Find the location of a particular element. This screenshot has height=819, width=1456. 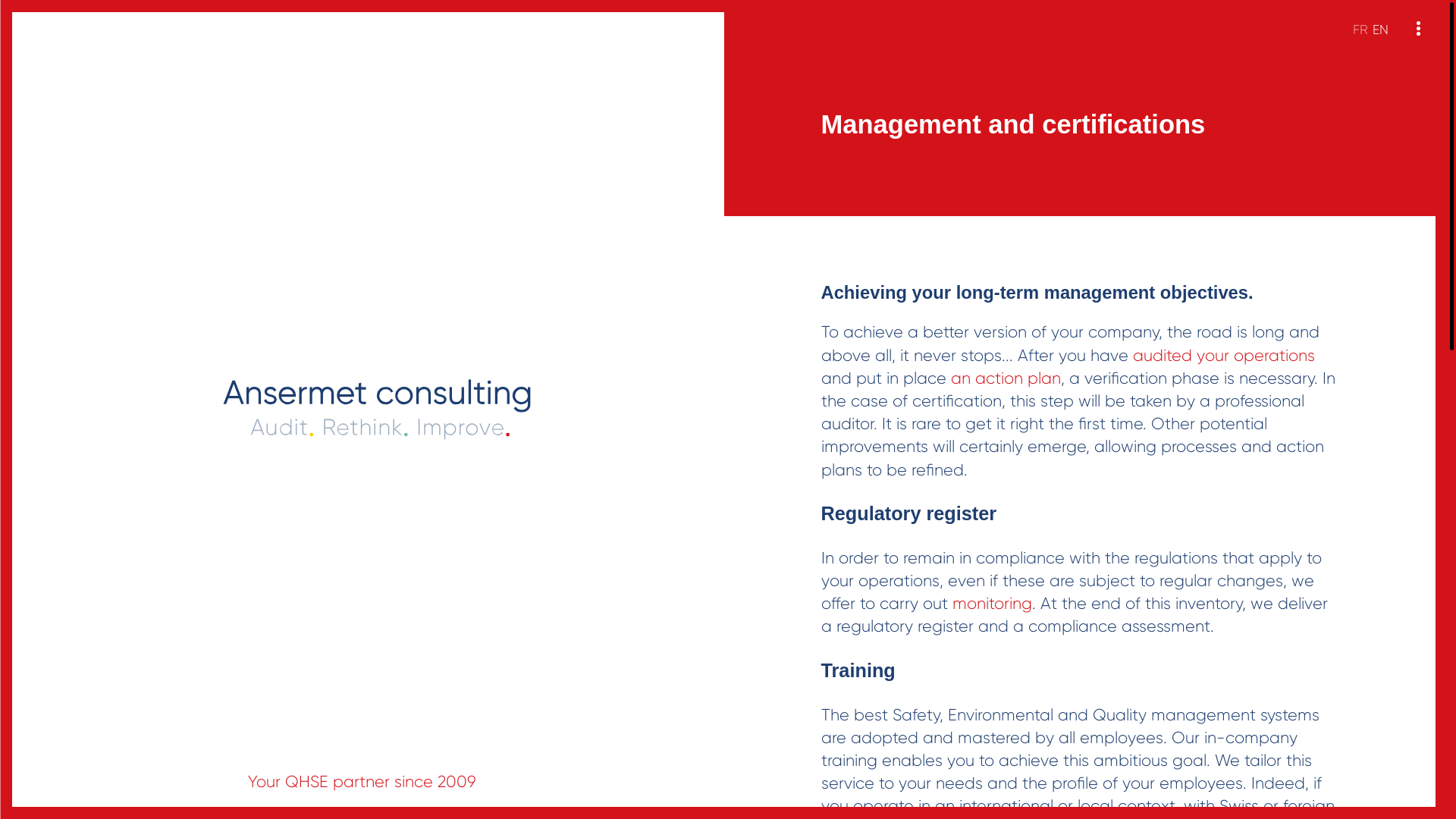

'audited your operations' is located at coordinates (1223, 356).